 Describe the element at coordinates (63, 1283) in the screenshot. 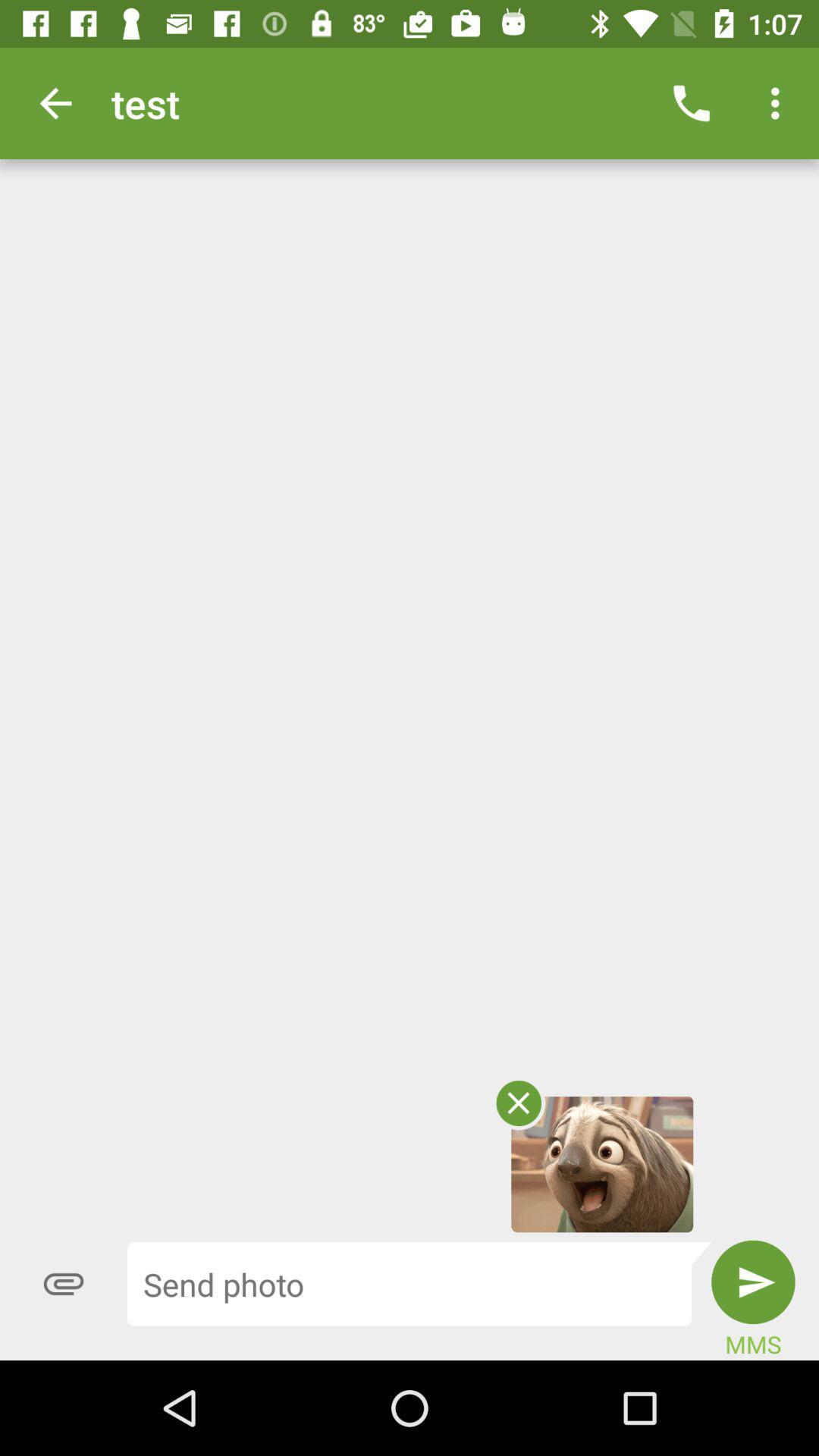

I see `the attach_file icon` at that location.